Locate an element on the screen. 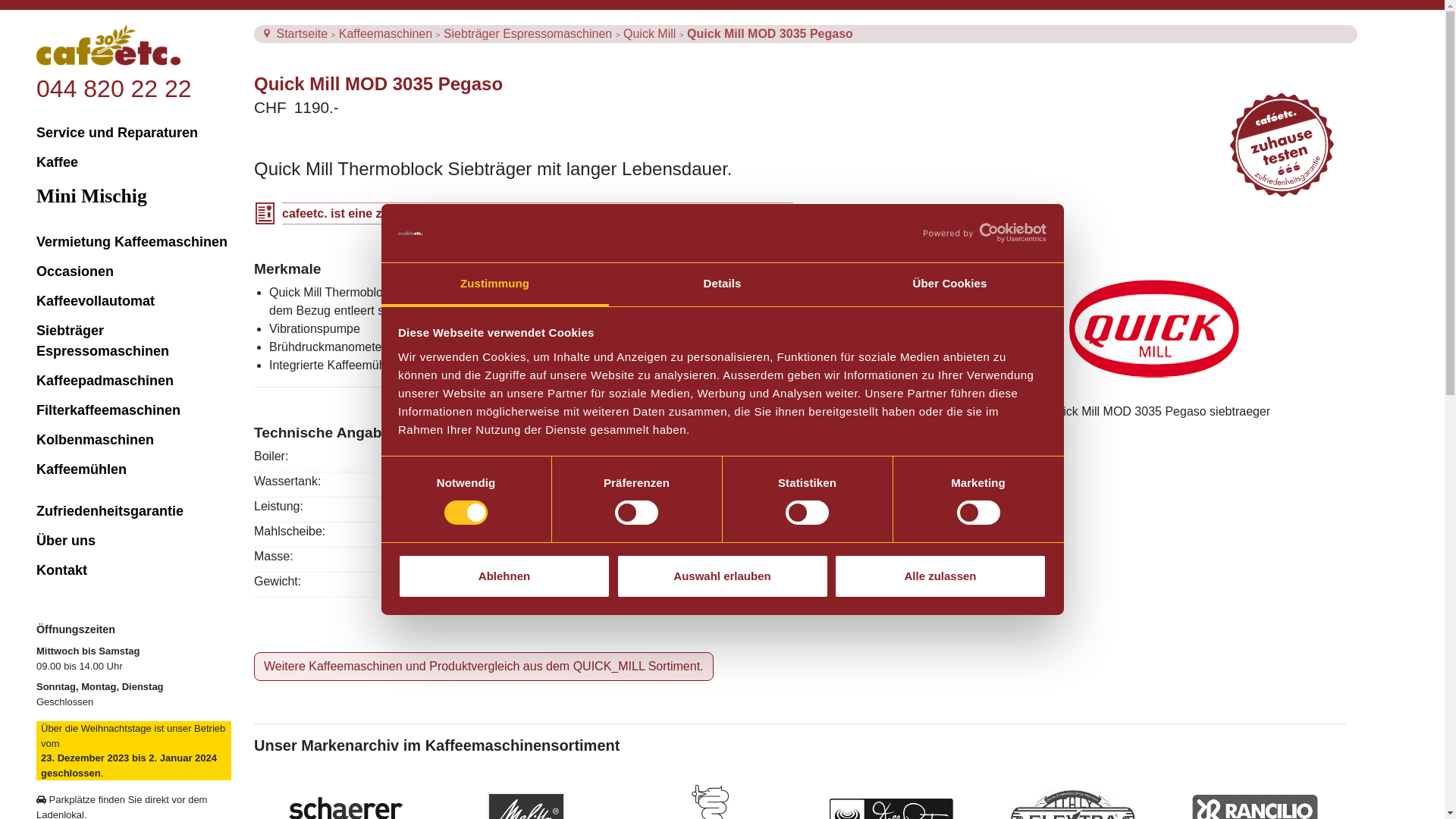 The image size is (1456, 819). 'Next' is located at coordinates (1298, 412).